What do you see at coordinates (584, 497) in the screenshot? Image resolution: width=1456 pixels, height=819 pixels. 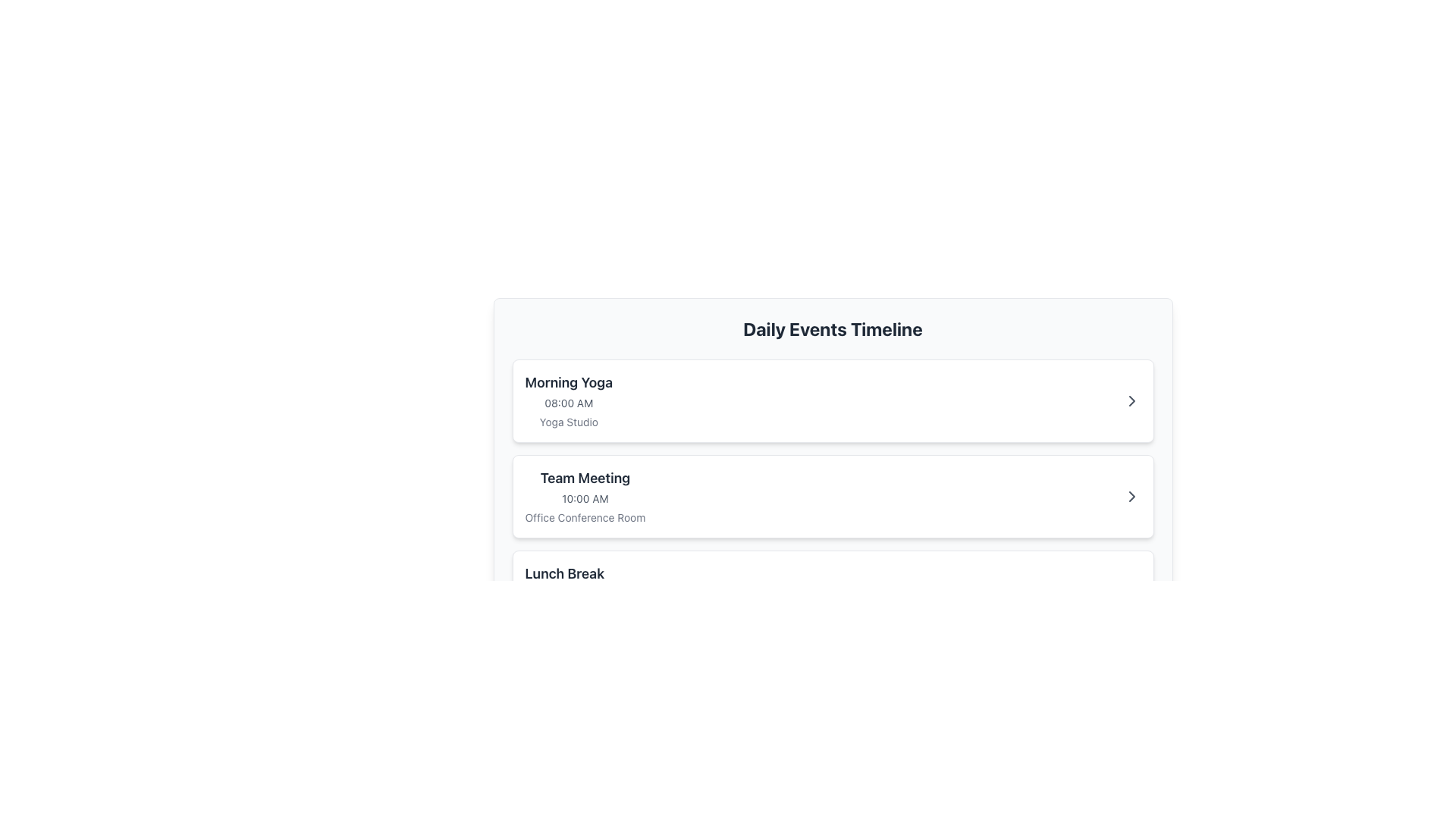 I see `details of the 'Team Meeting' event, which is the second item under the 'Daily Events Timeline', displaying the title, time, and location` at bounding box center [584, 497].